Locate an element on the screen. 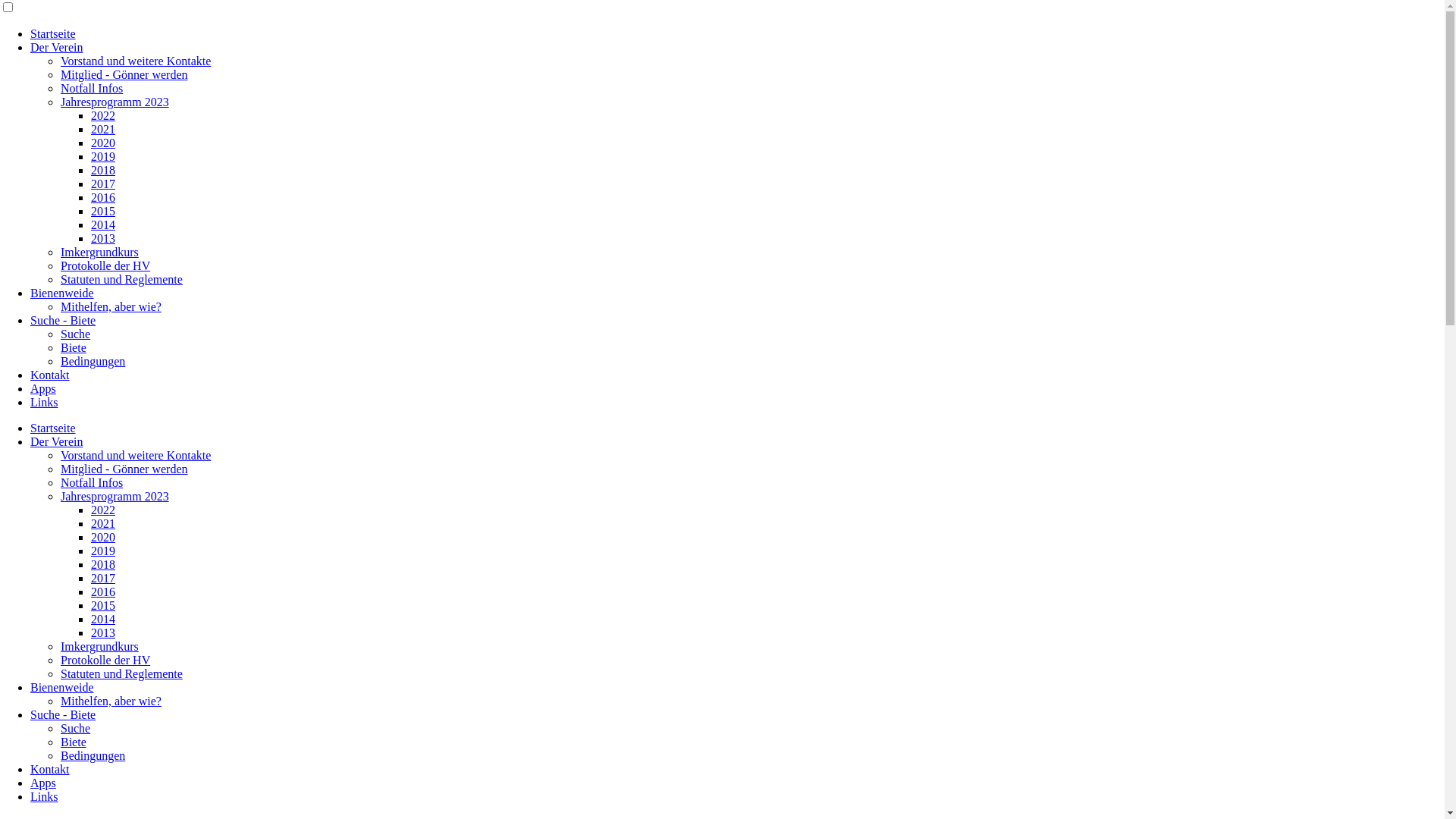  '2022' is located at coordinates (102, 510).